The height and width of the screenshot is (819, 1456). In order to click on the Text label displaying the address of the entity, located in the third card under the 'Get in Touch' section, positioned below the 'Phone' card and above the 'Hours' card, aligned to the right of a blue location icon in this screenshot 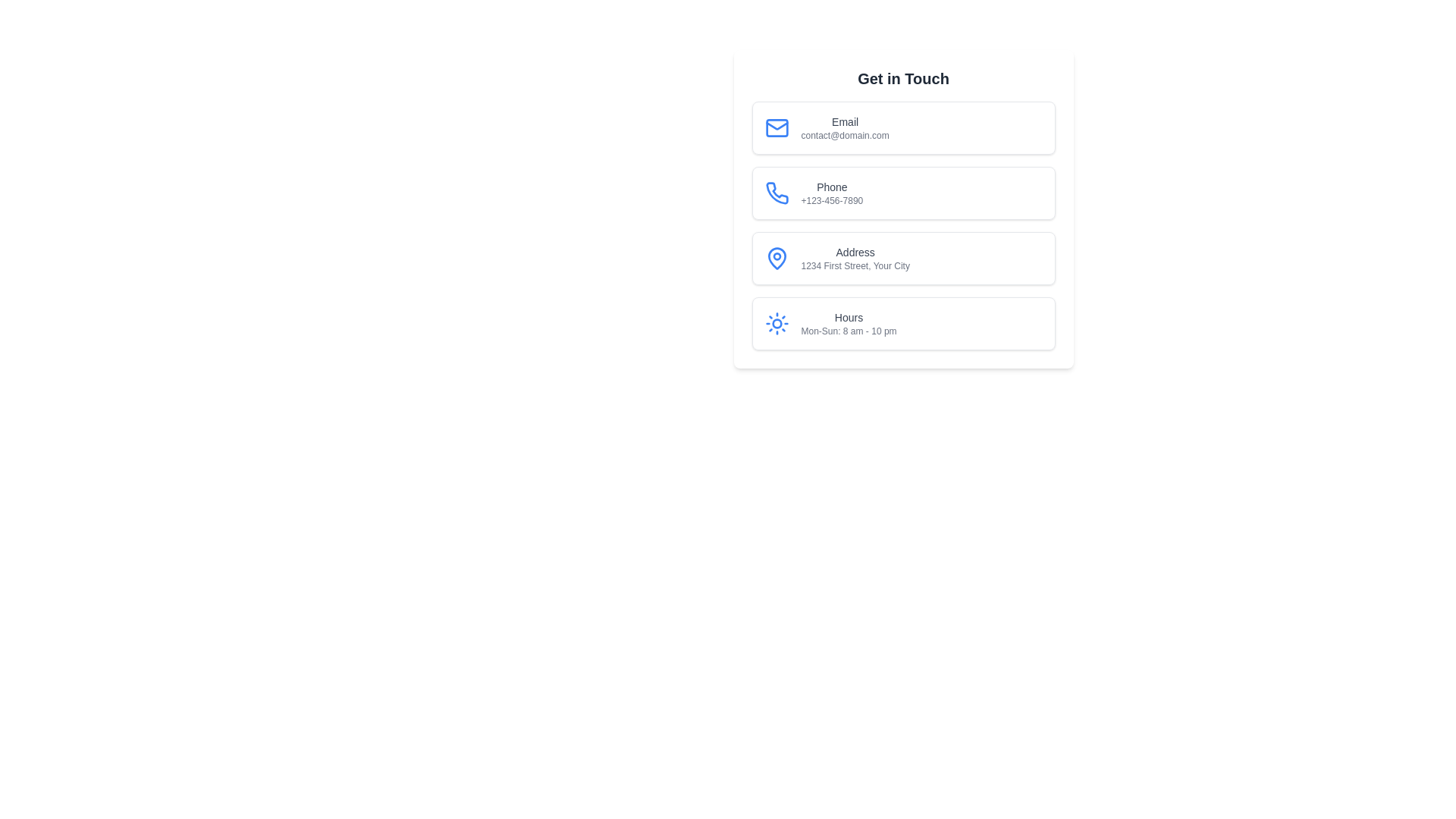, I will do `click(855, 257)`.